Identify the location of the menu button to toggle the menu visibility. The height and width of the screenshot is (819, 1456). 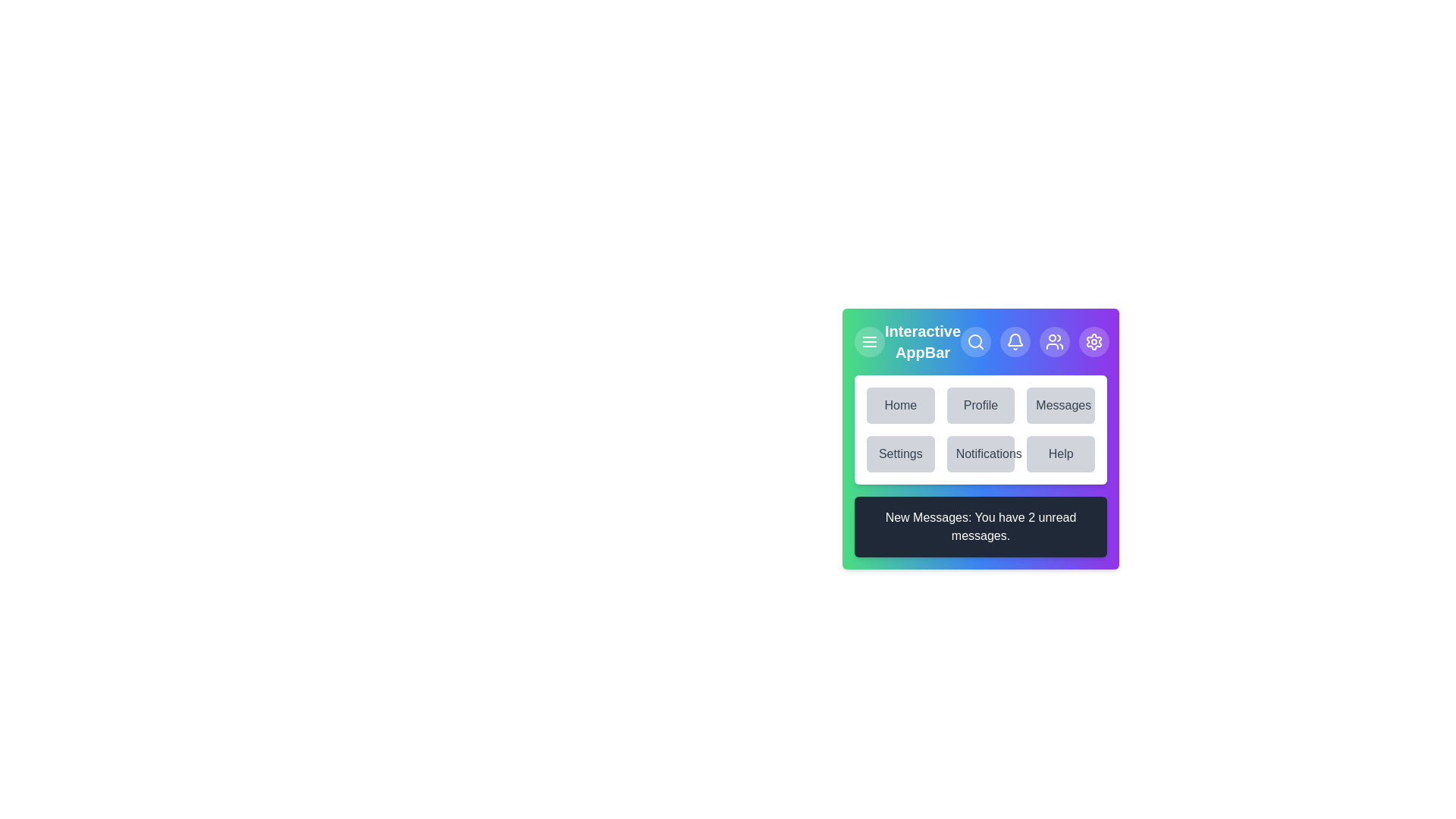
(870, 342).